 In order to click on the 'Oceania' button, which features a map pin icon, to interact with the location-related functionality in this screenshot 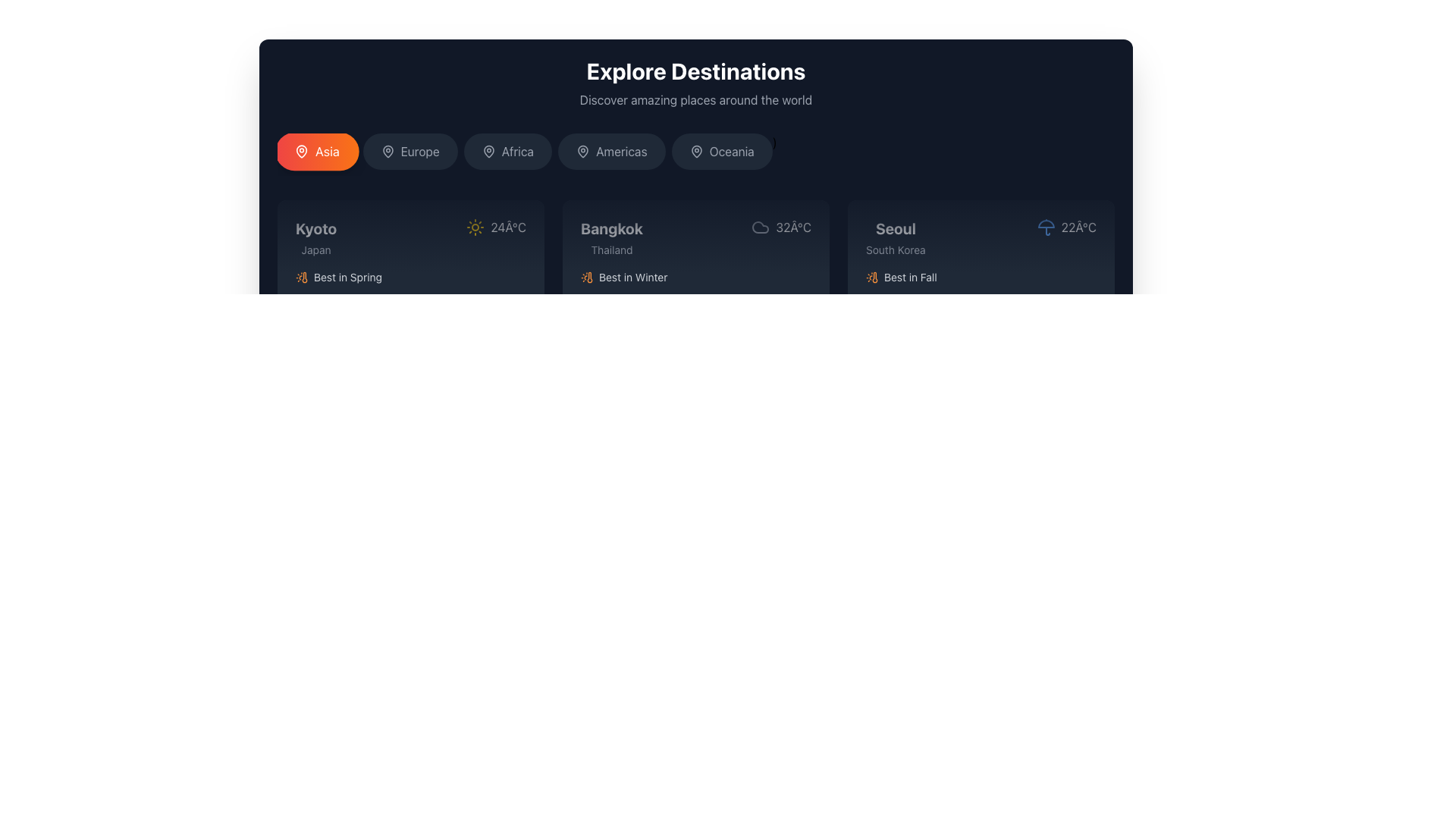, I will do `click(695, 152)`.